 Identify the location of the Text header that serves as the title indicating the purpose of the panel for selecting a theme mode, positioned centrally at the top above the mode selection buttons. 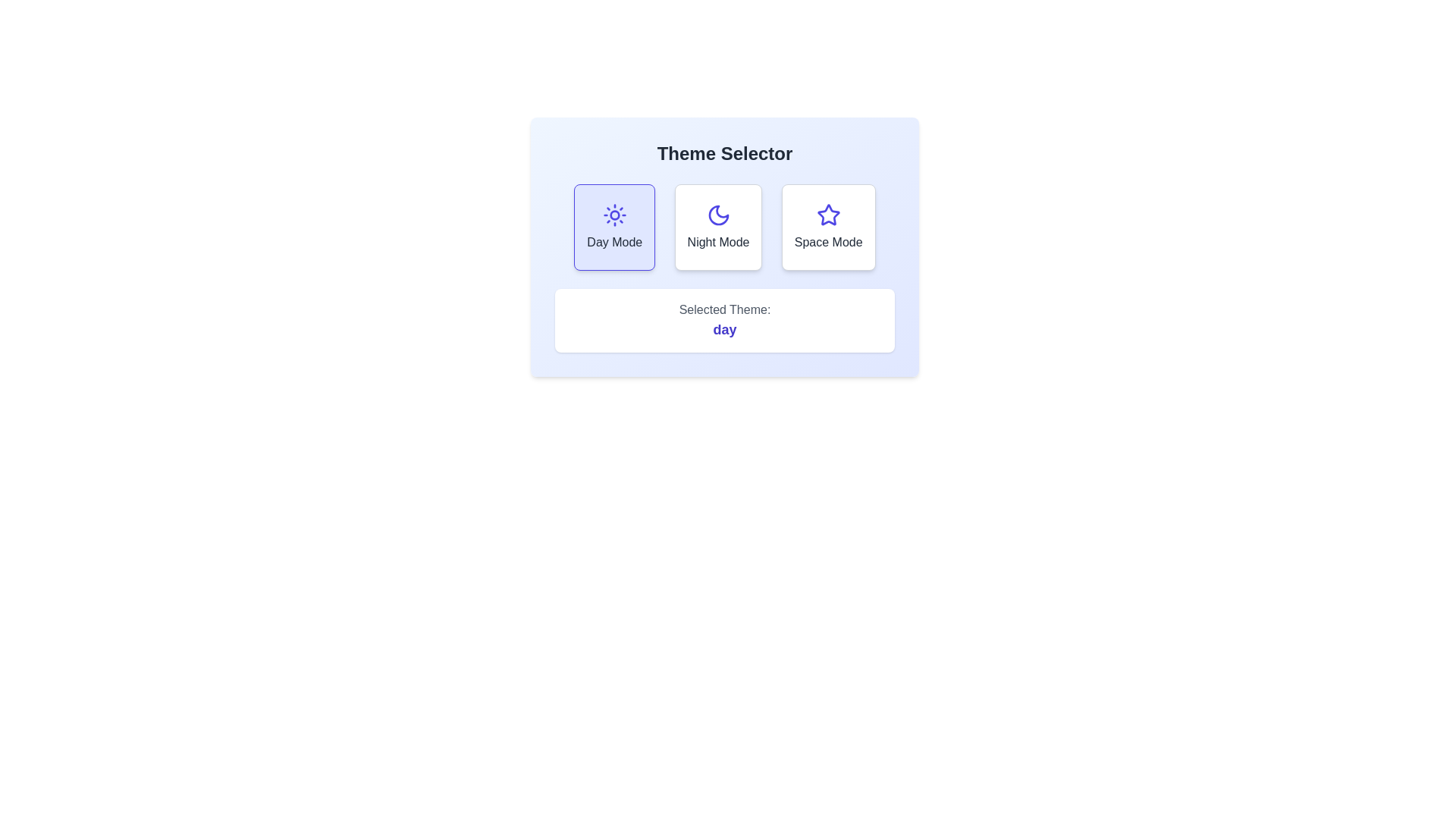
(723, 154).